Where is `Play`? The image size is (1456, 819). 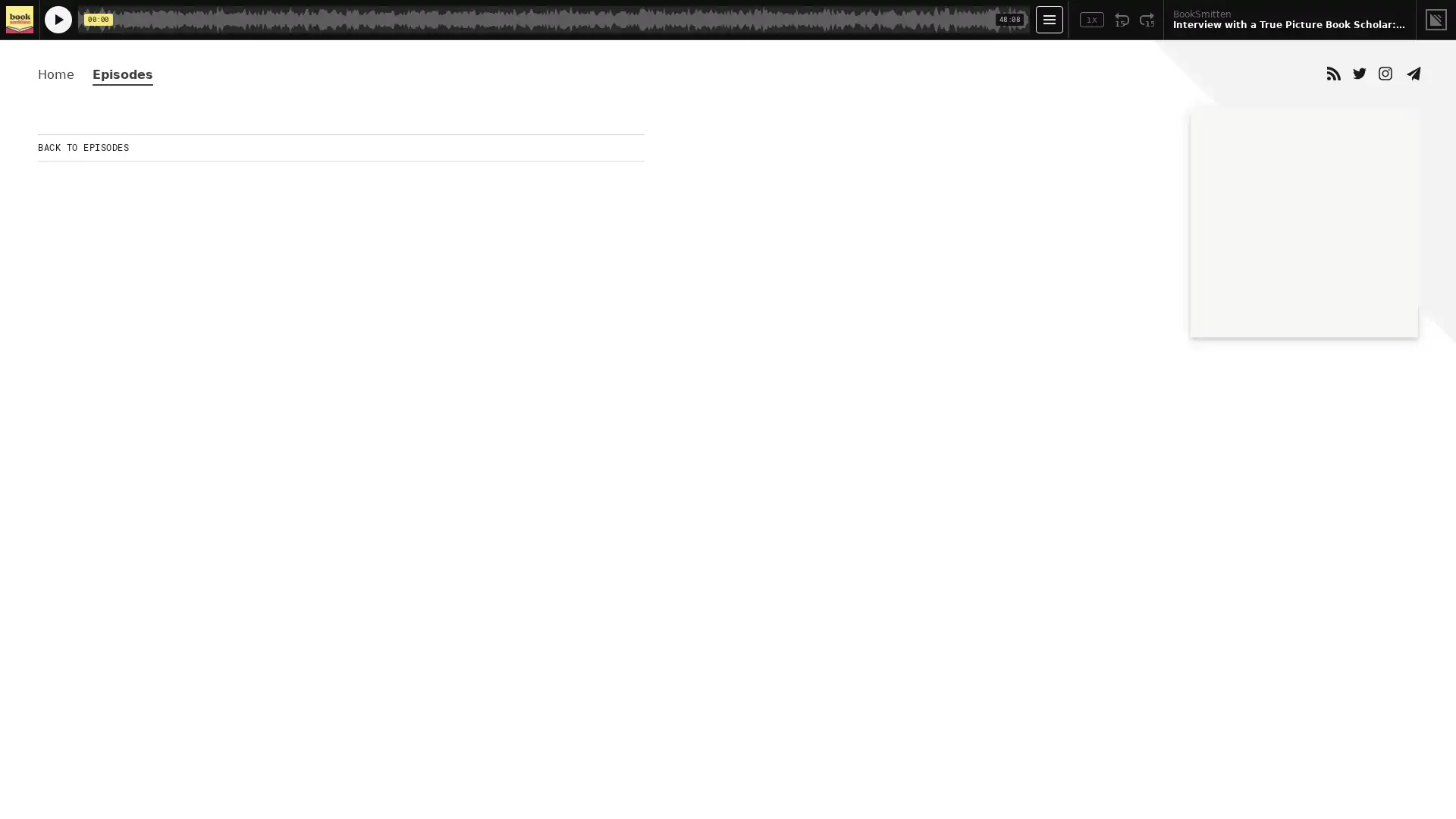
Play is located at coordinates (58, 20).